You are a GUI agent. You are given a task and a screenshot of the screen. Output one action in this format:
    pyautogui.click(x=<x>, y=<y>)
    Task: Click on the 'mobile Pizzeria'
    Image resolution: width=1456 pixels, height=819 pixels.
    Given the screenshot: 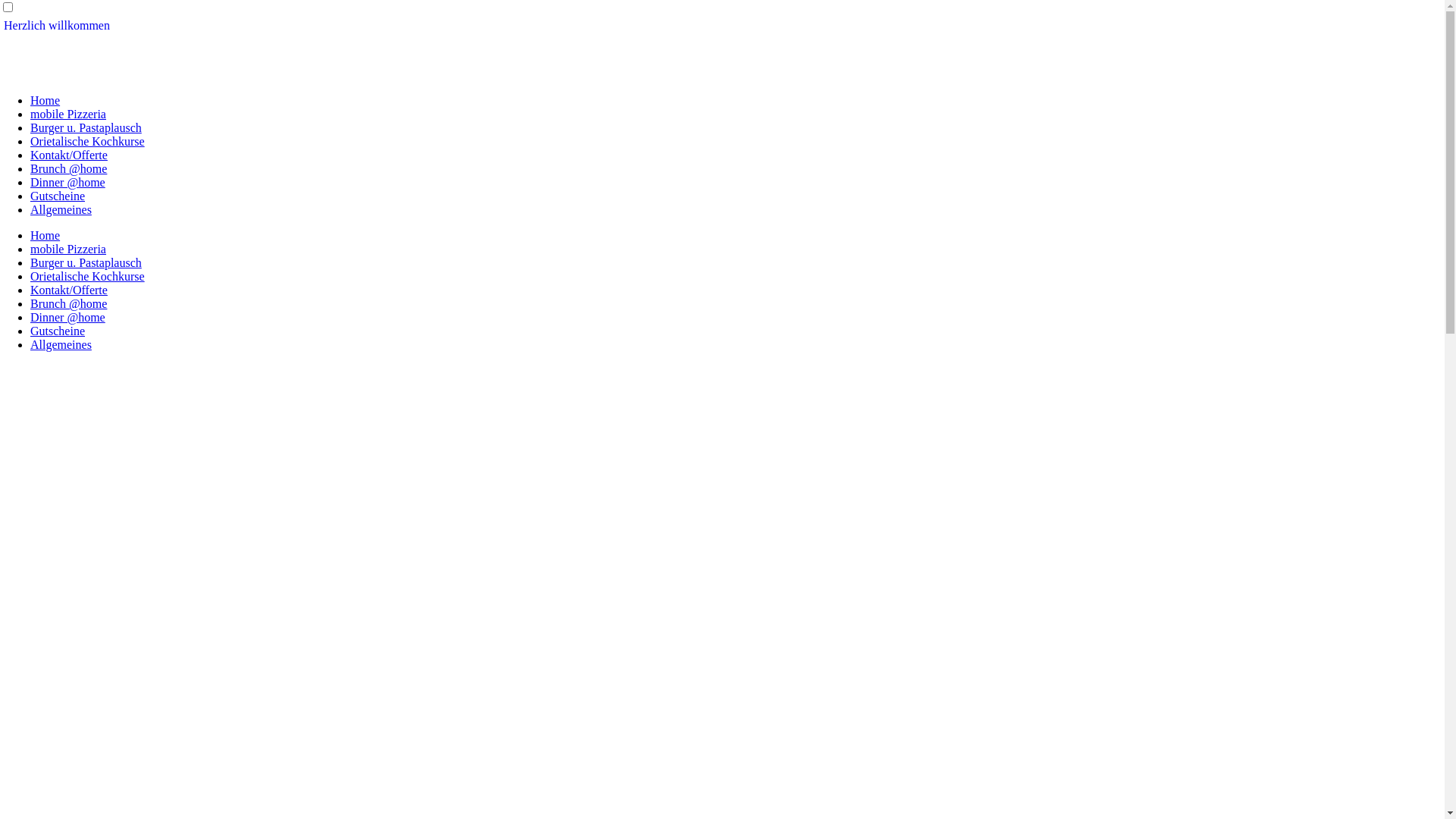 What is the action you would take?
    pyautogui.click(x=67, y=248)
    